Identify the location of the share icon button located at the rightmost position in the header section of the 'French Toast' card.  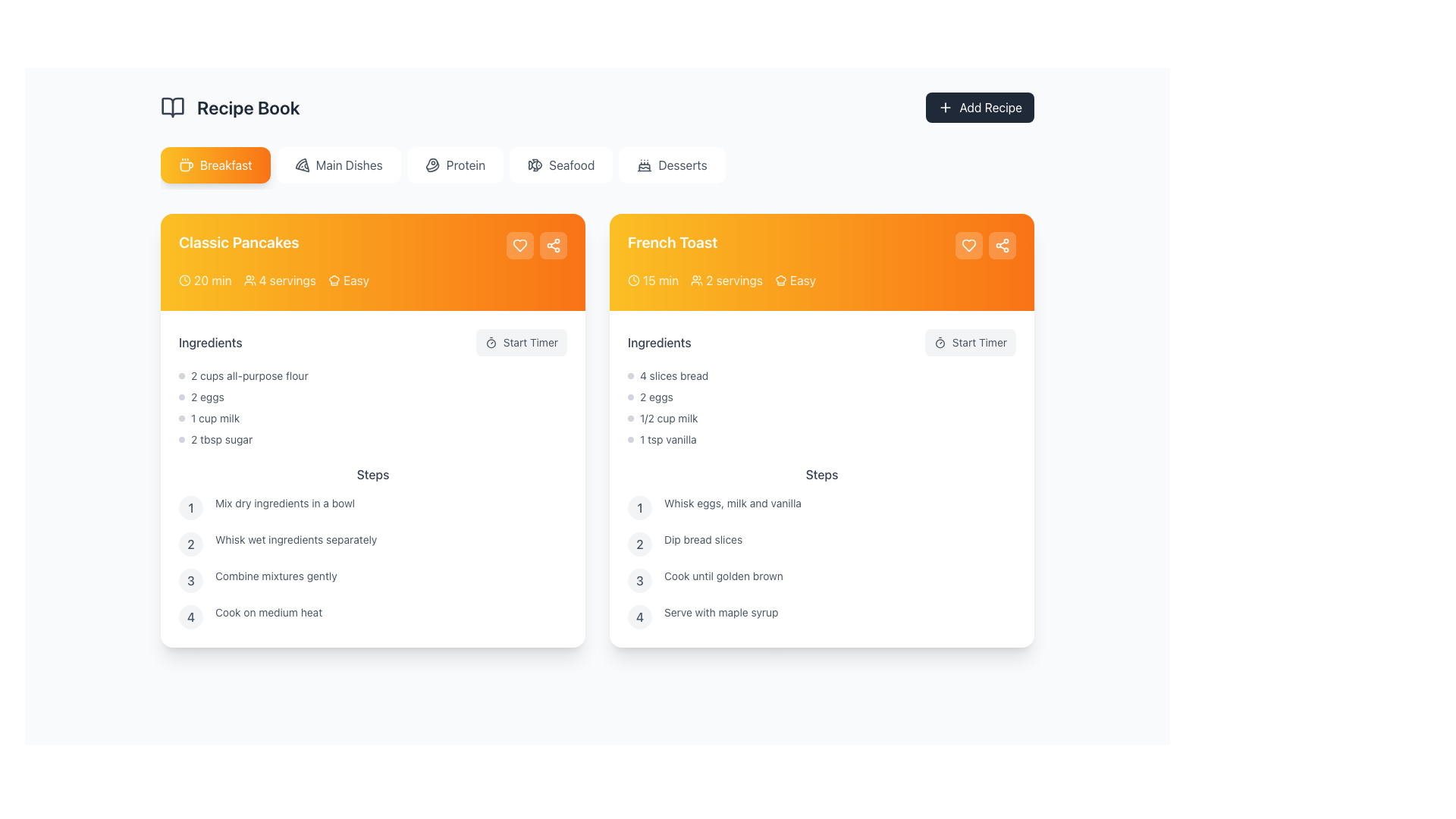
(552, 245).